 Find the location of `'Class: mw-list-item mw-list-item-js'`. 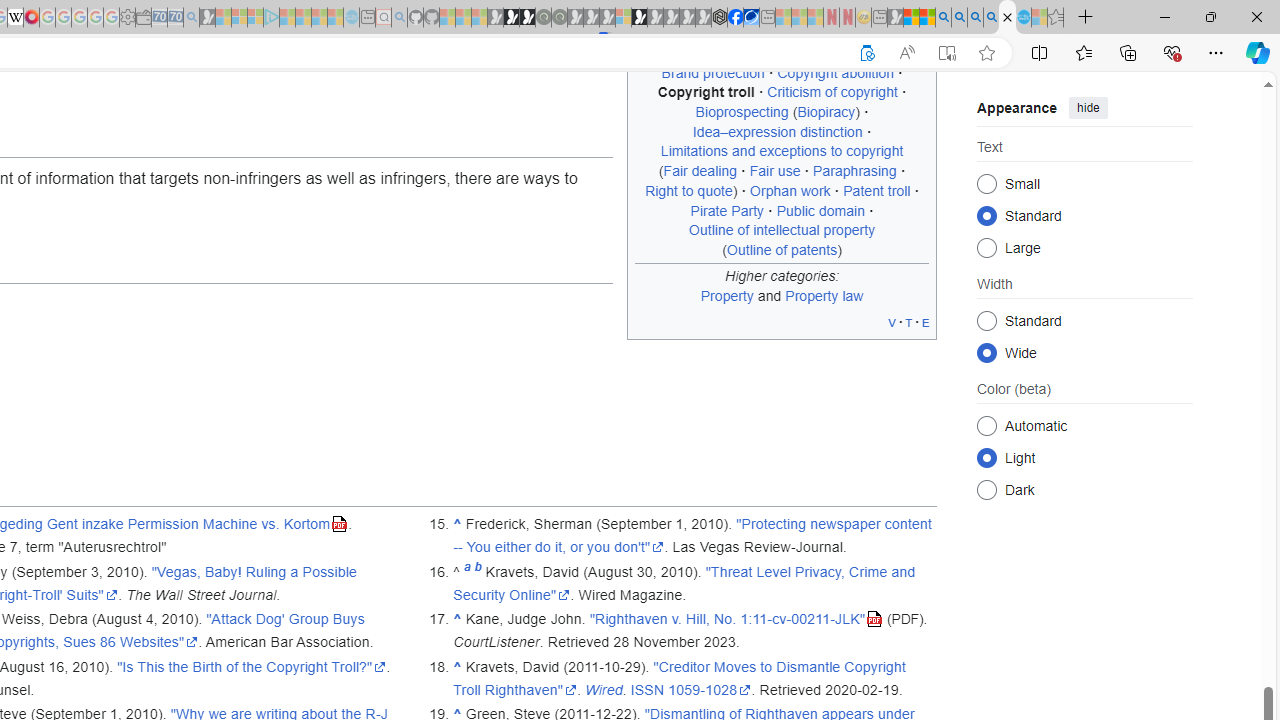

'Class: mw-list-item mw-list-item-js' is located at coordinates (1083, 457).